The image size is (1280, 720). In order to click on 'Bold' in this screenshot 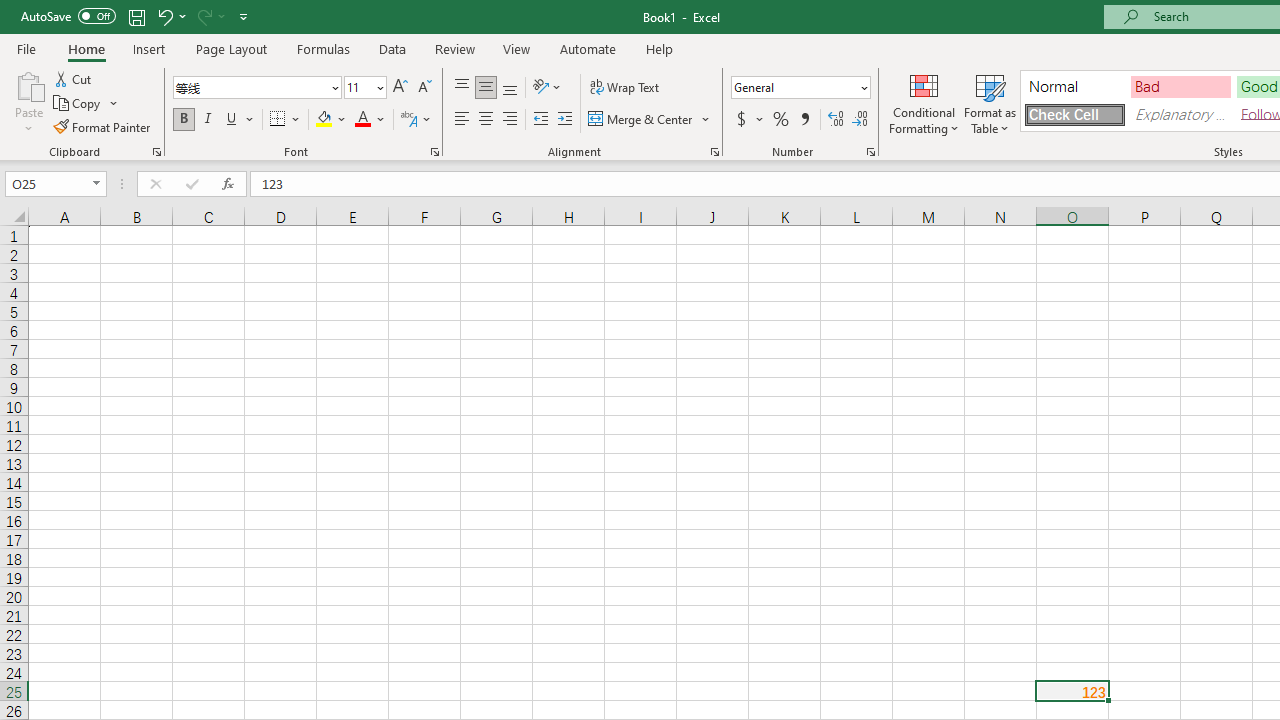, I will do `click(183, 119)`.